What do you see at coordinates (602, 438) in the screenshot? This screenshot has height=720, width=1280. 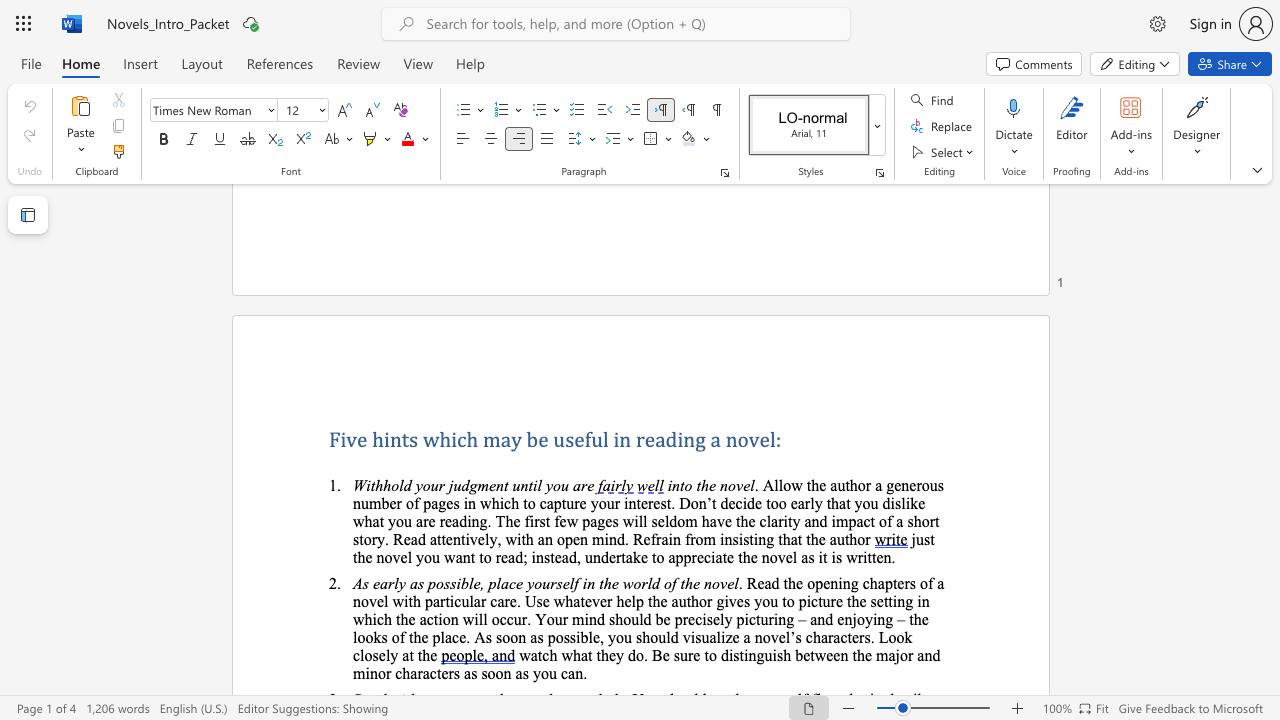 I see `the subset text "l in rea" within the text "Five hints which may be useful in reading a novel:"` at bounding box center [602, 438].